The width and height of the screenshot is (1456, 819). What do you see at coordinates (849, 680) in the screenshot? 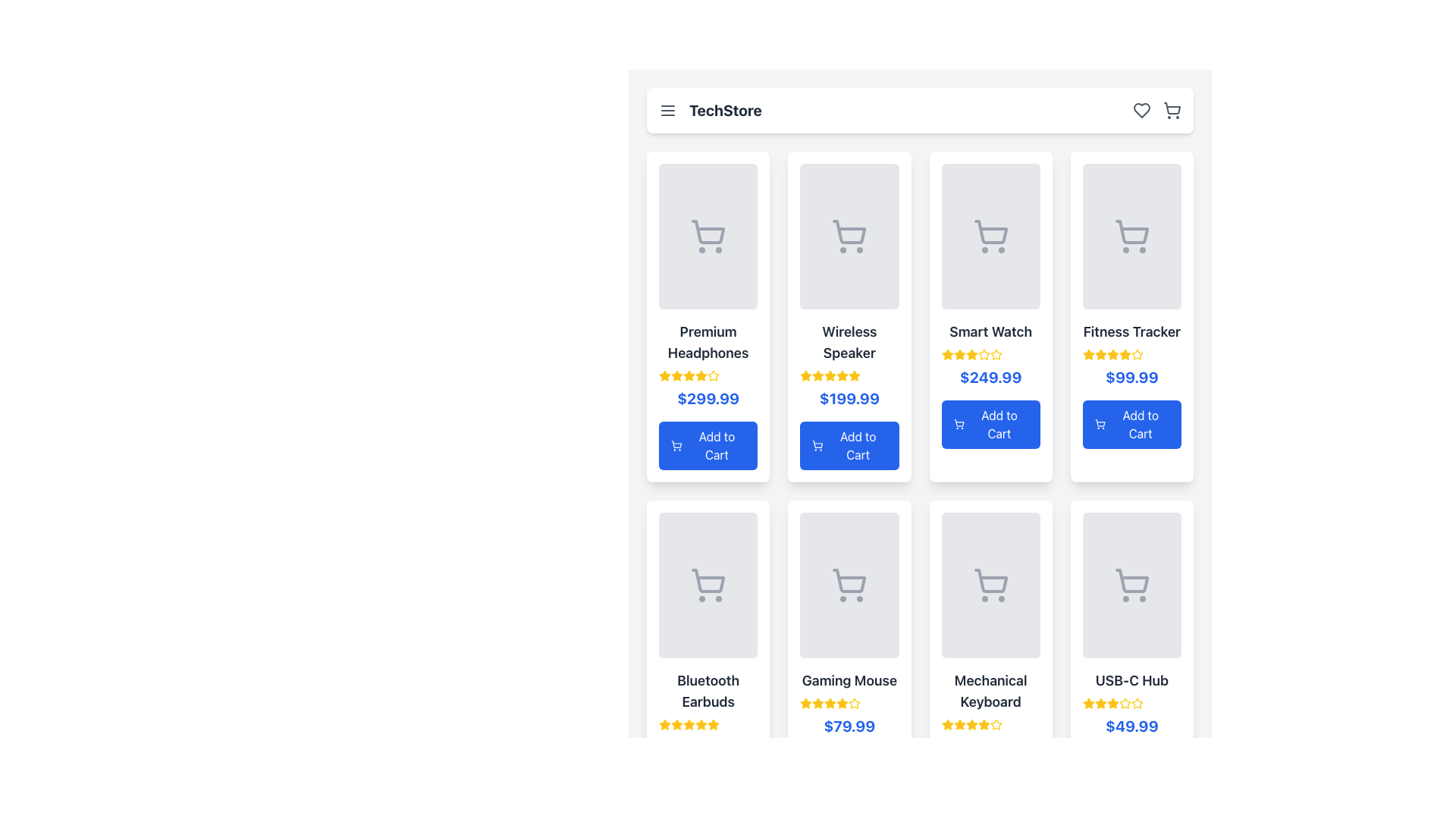
I see `the text element displaying 'Gaming Mouse', which is styled in bold and located in the product card layout above the price of $79.99` at bounding box center [849, 680].